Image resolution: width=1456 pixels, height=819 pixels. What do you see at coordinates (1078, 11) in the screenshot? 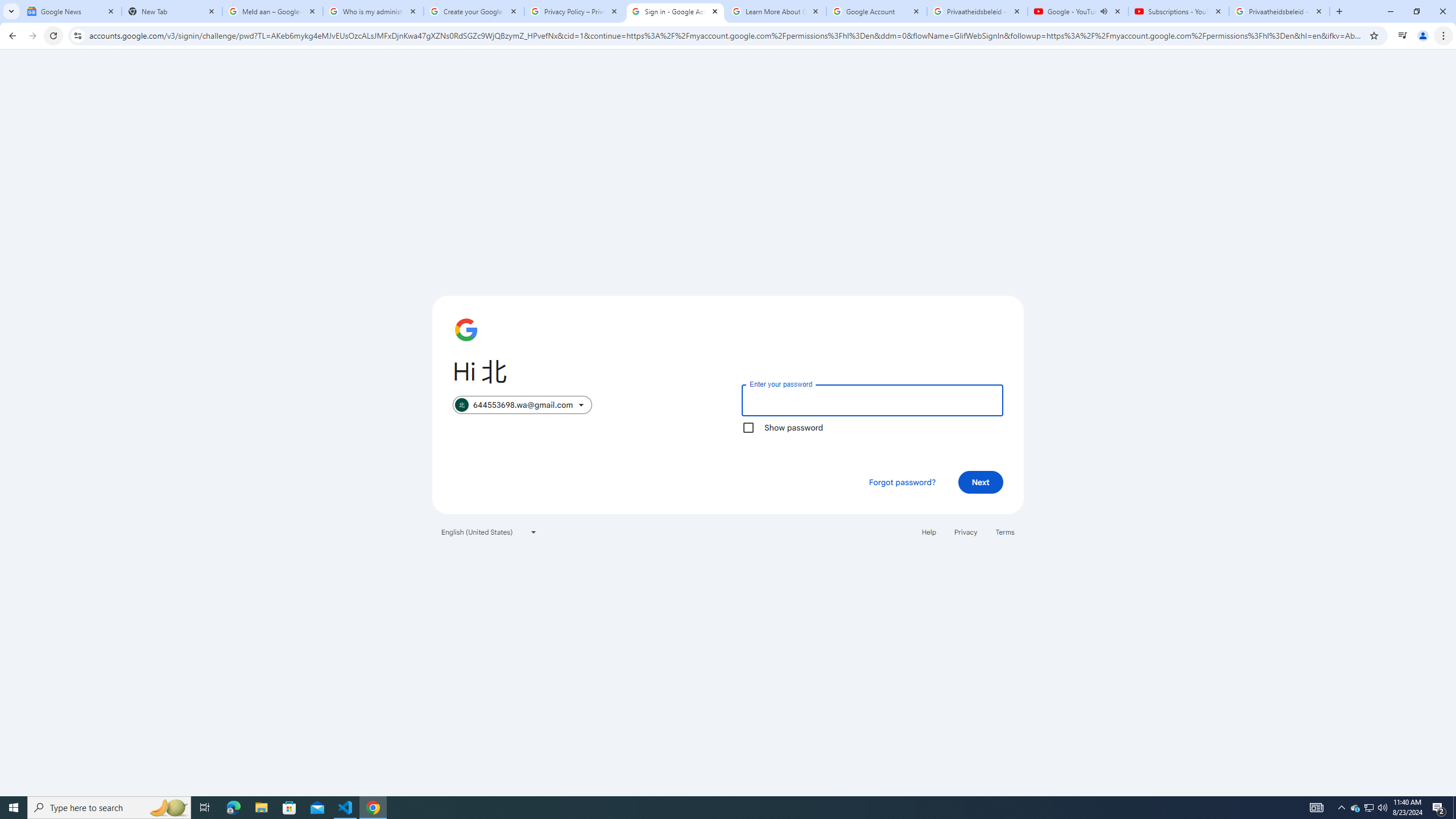
I see `'Google - YouTube - Audio playing'` at bounding box center [1078, 11].